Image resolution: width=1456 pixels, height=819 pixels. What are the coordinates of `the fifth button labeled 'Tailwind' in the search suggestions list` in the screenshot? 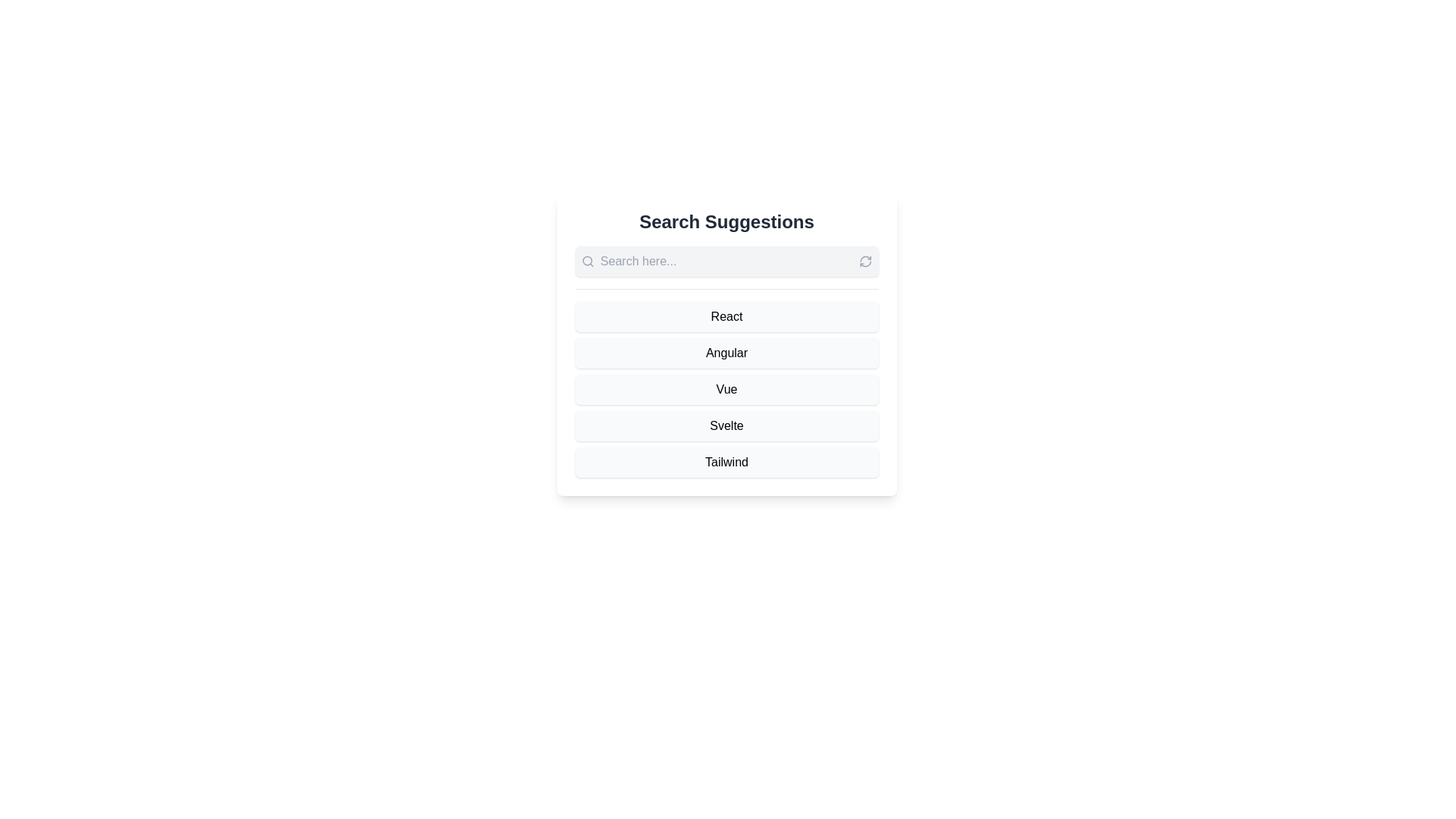 It's located at (726, 461).